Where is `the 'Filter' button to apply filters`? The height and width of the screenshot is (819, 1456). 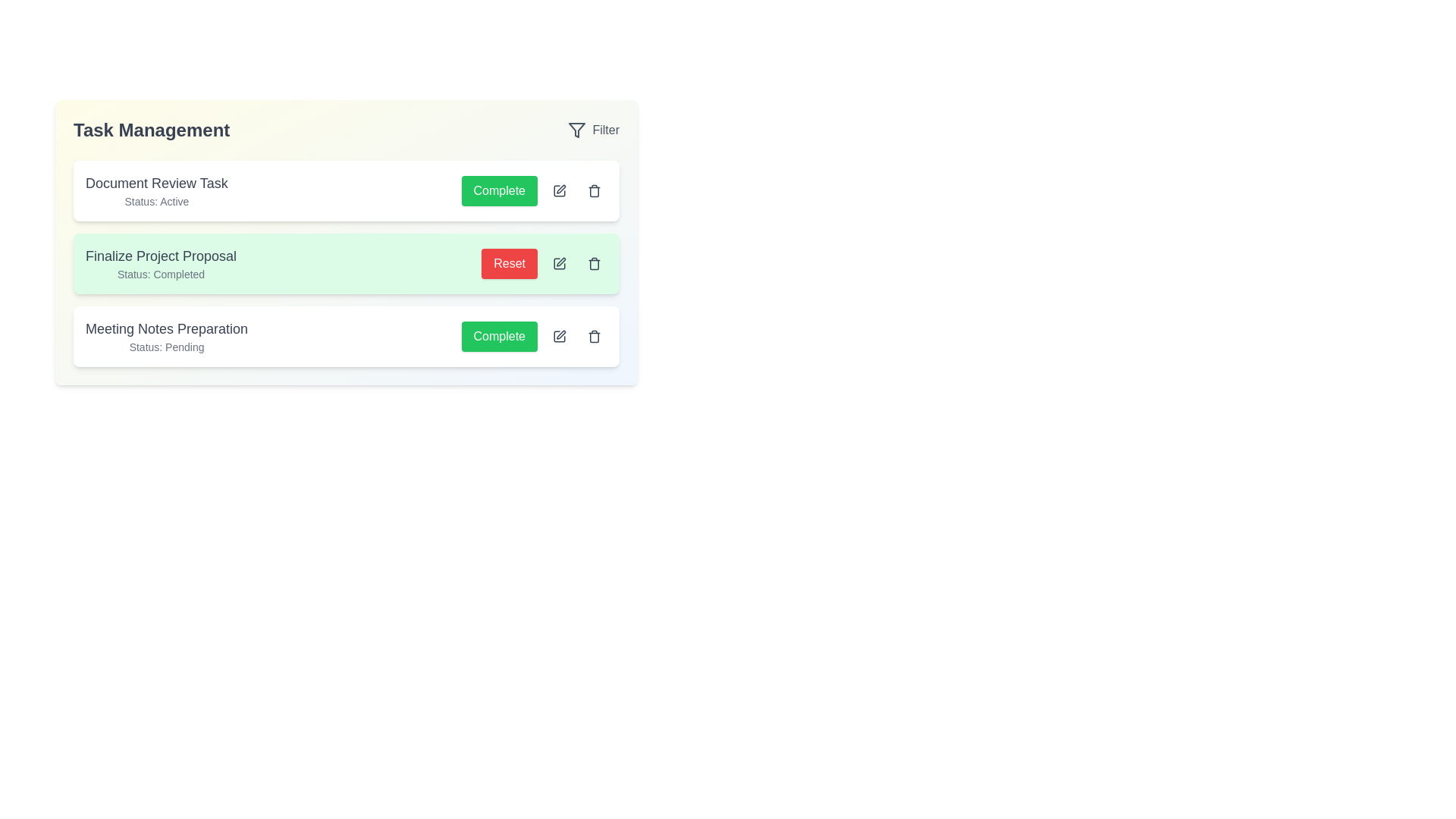
the 'Filter' button to apply filters is located at coordinates (592, 130).